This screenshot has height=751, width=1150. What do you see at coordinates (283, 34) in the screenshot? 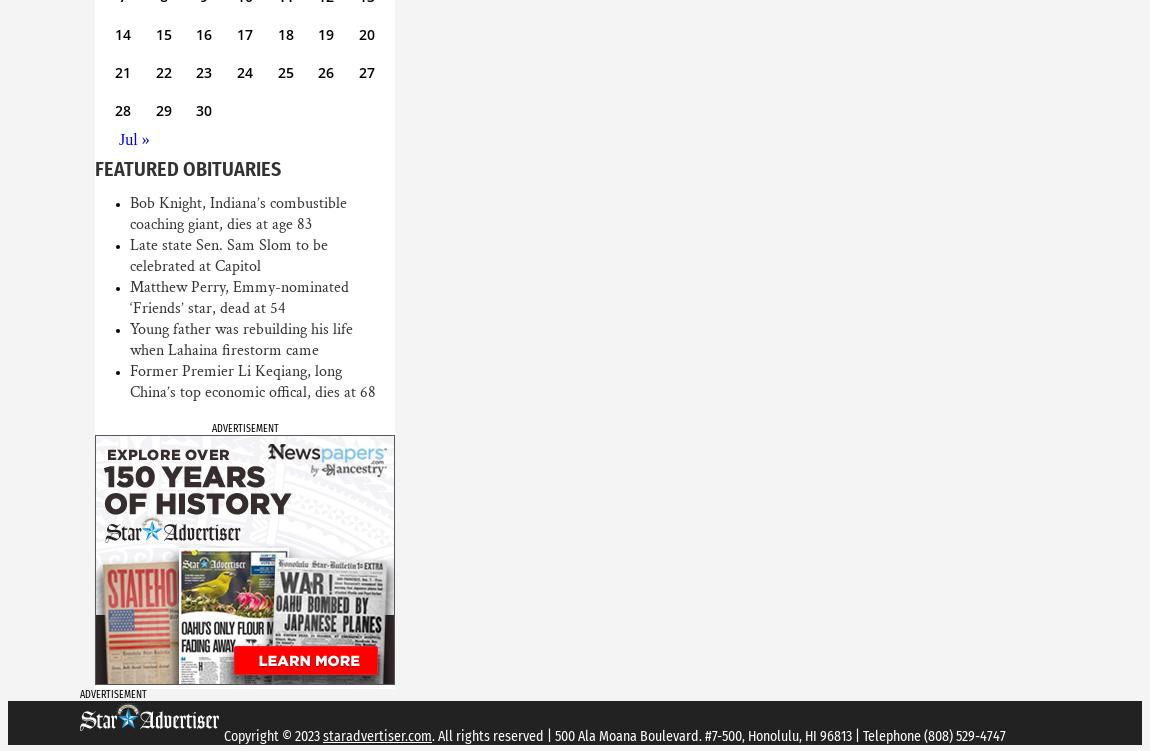
I see `'18'` at bounding box center [283, 34].